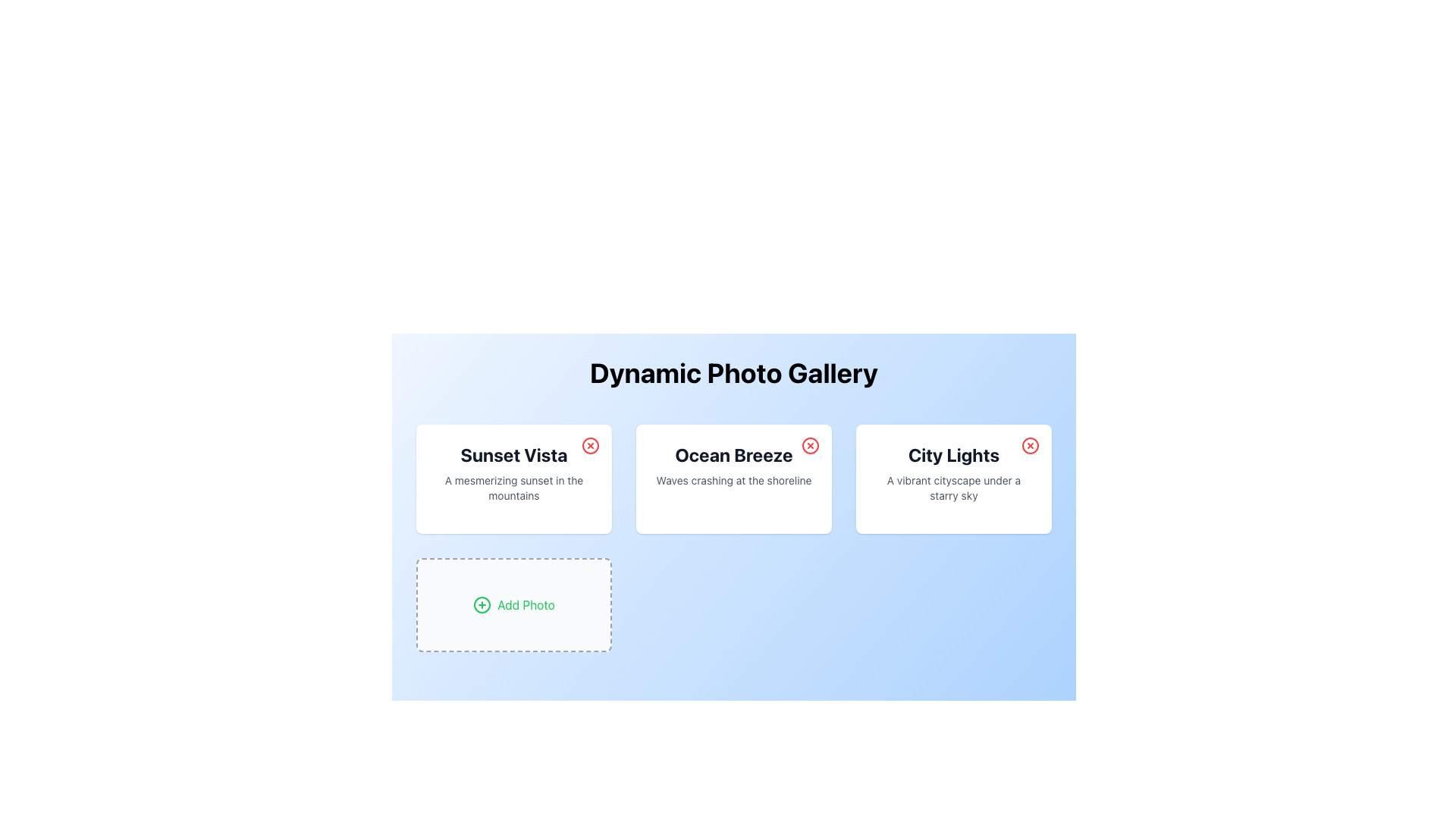 The width and height of the screenshot is (1456, 819). I want to click on the card element titled 'Ocean Breeze', which features a white background, rounded corners, and contains a large dark-blue title and a smaller gray subtitle, positioned in a horizontal grid layout as the second card, so click(734, 479).